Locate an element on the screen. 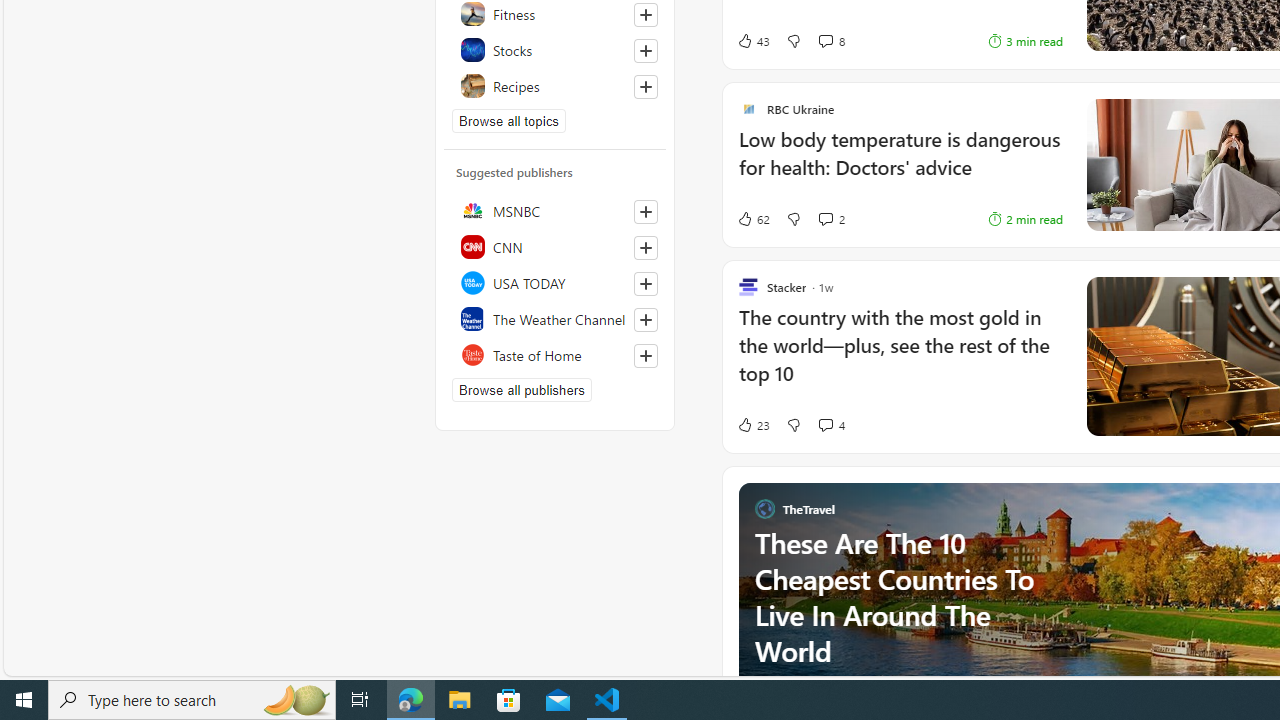 This screenshot has height=720, width=1280. 'View comments 8 Comment' is located at coordinates (825, 41).